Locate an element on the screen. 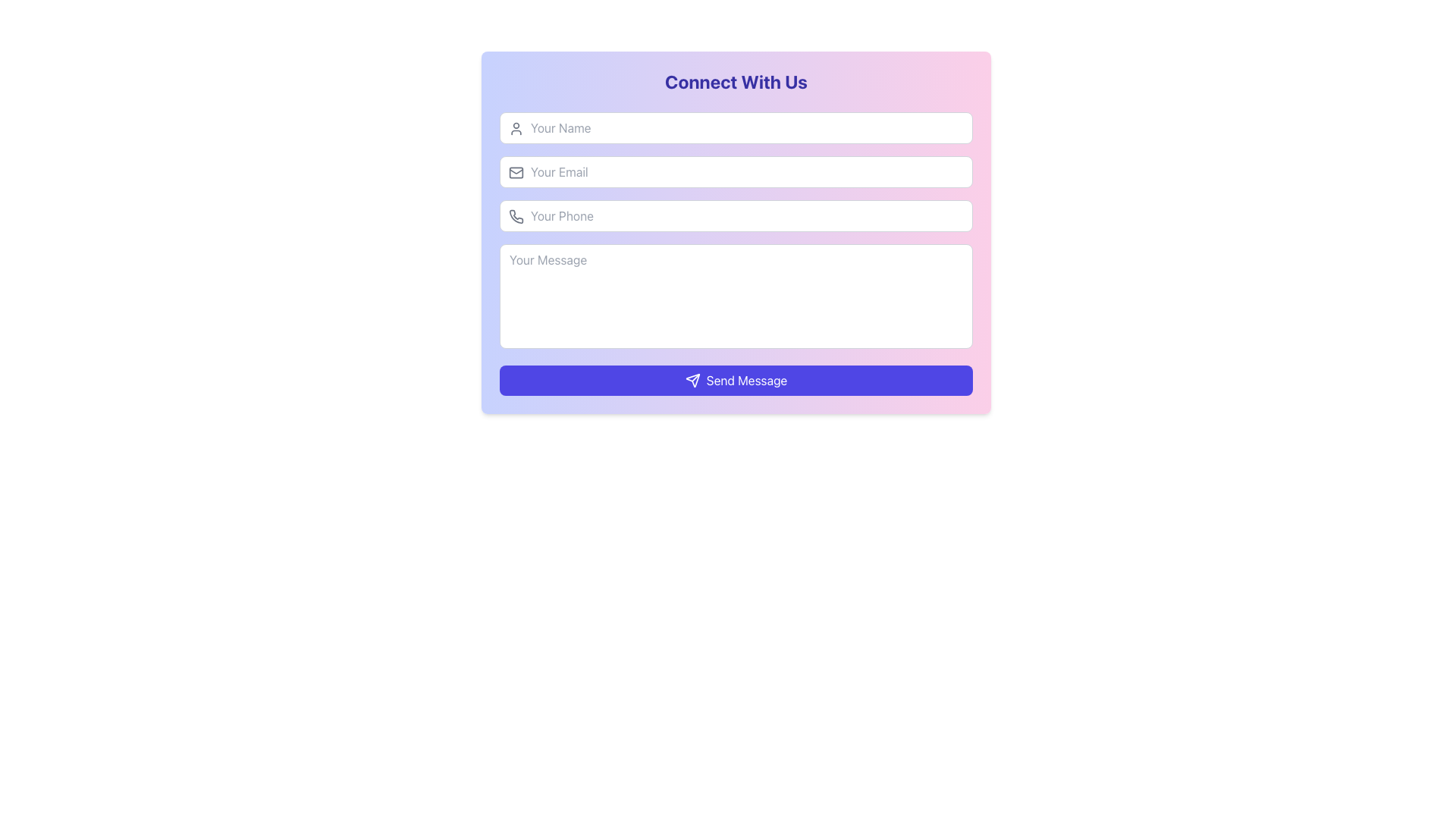 The height and width of the screenshot is (819, 1456). the phone number input field, which is the third input in the 'Connect With Us' contact form, located below the 'Your Email' field is located at coordinates (736, 216).